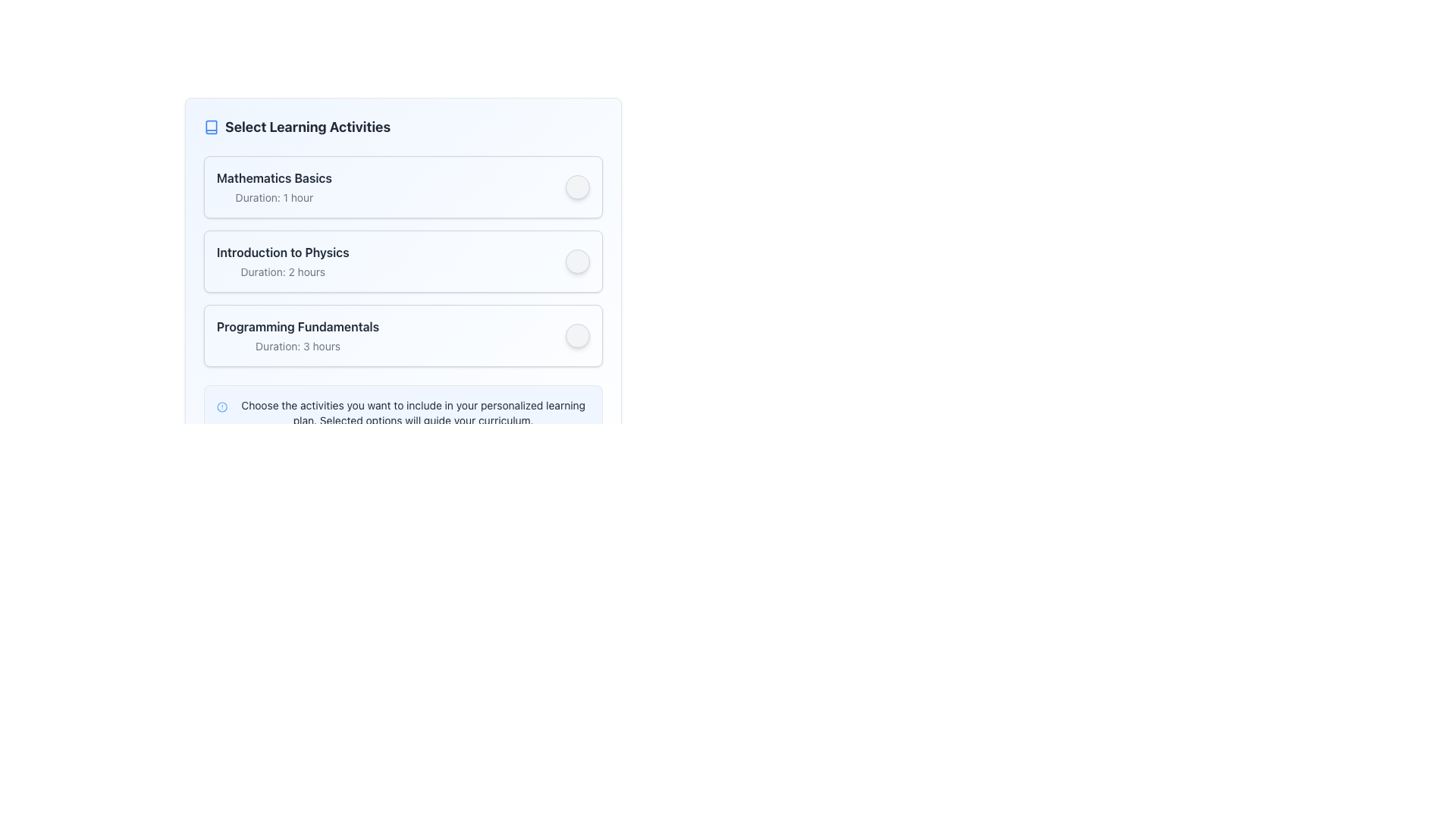 This screenshot has width=1456, height=819. I want to click on the 'Introduction to Physics' selectable card, which is the second card in a vertically stacked list of three learning activity cards, so click(403, 250).